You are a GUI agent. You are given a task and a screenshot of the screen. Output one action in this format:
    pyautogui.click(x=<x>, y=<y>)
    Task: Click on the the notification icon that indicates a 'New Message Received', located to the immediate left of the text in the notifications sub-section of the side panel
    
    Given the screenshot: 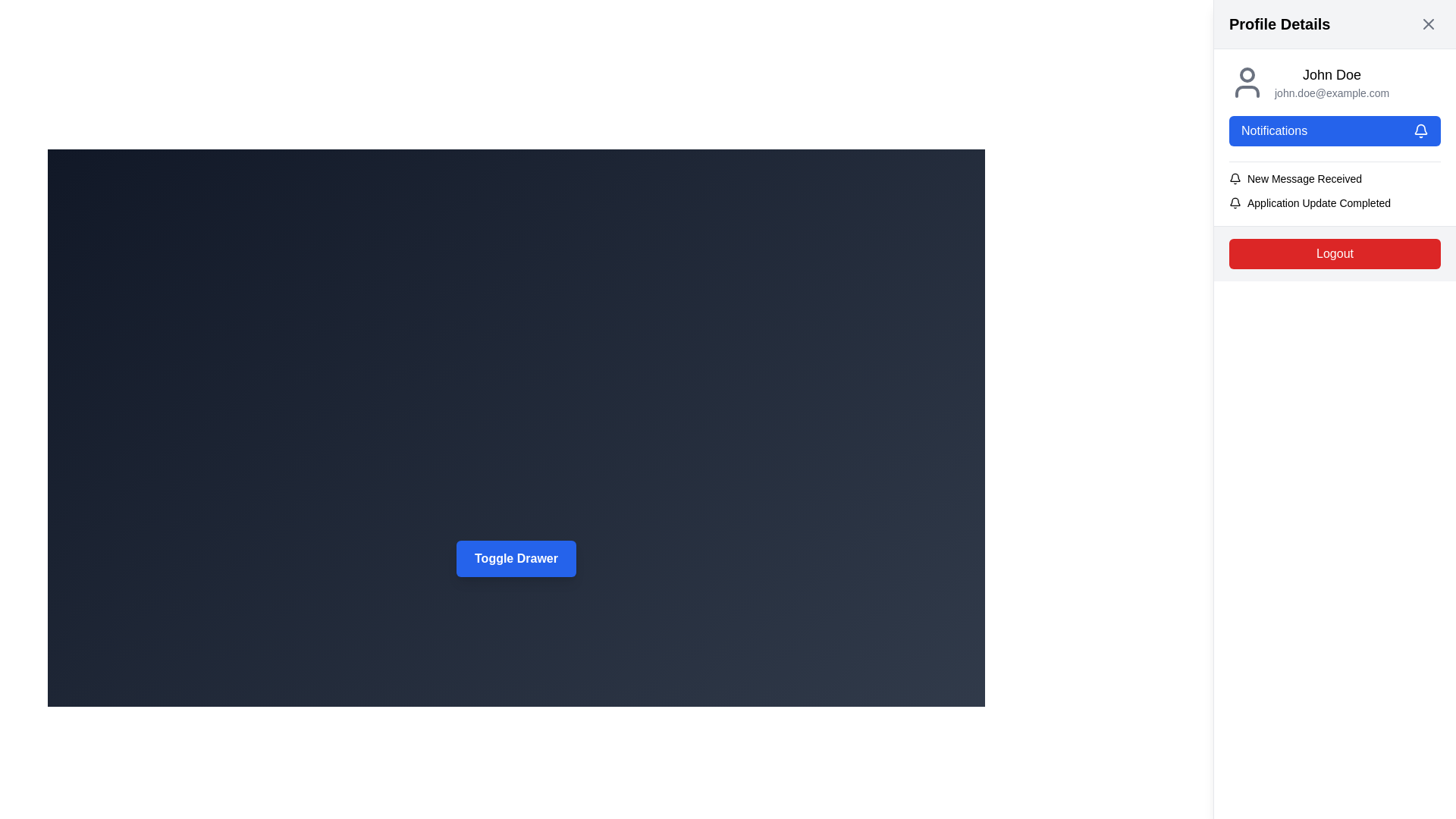 What is the action you would take?
    pyautogui.click(x=1235, y=177)
    